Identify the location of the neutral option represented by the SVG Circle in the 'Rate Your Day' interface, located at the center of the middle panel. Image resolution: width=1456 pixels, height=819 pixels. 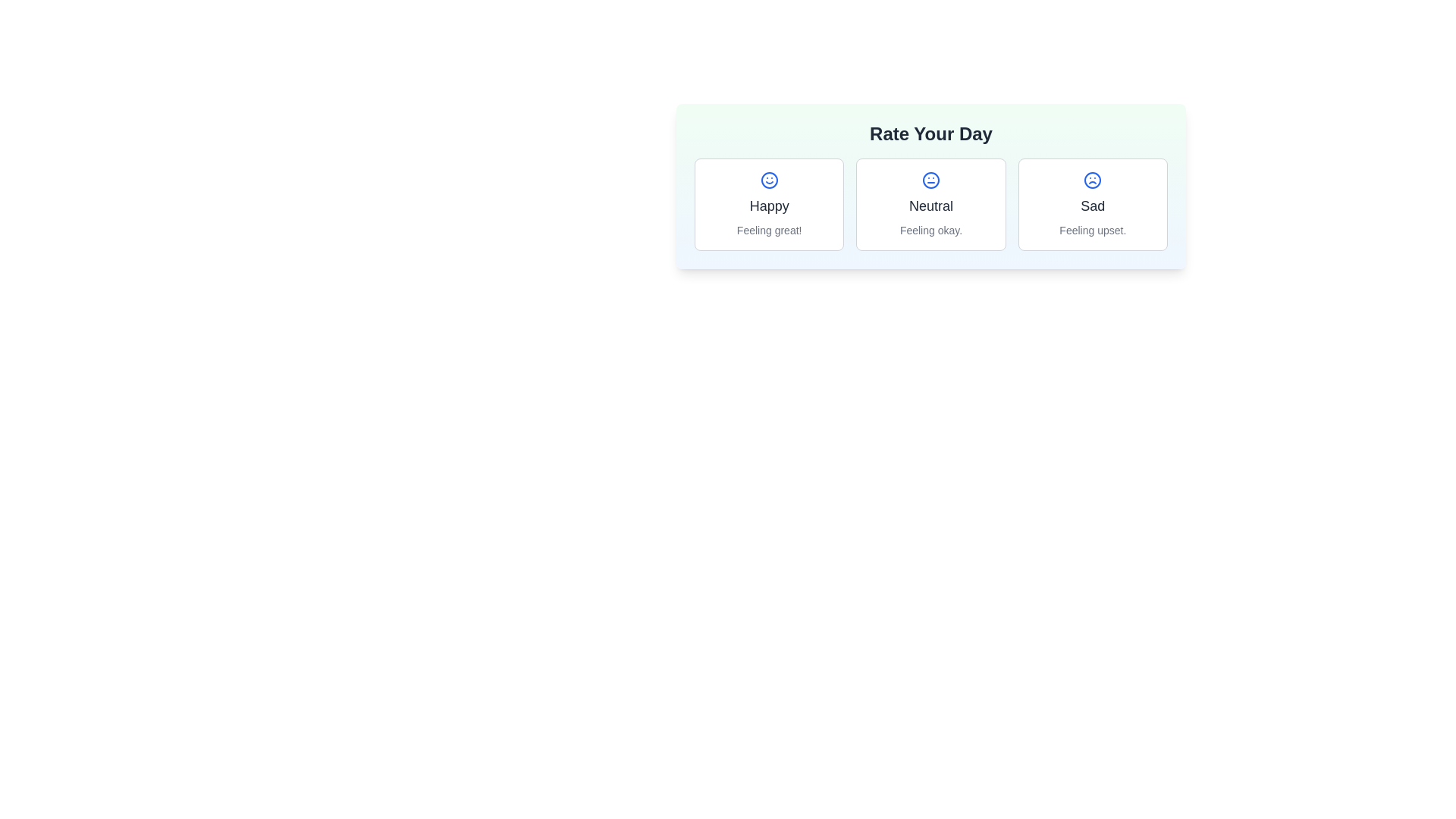
(930, 180).